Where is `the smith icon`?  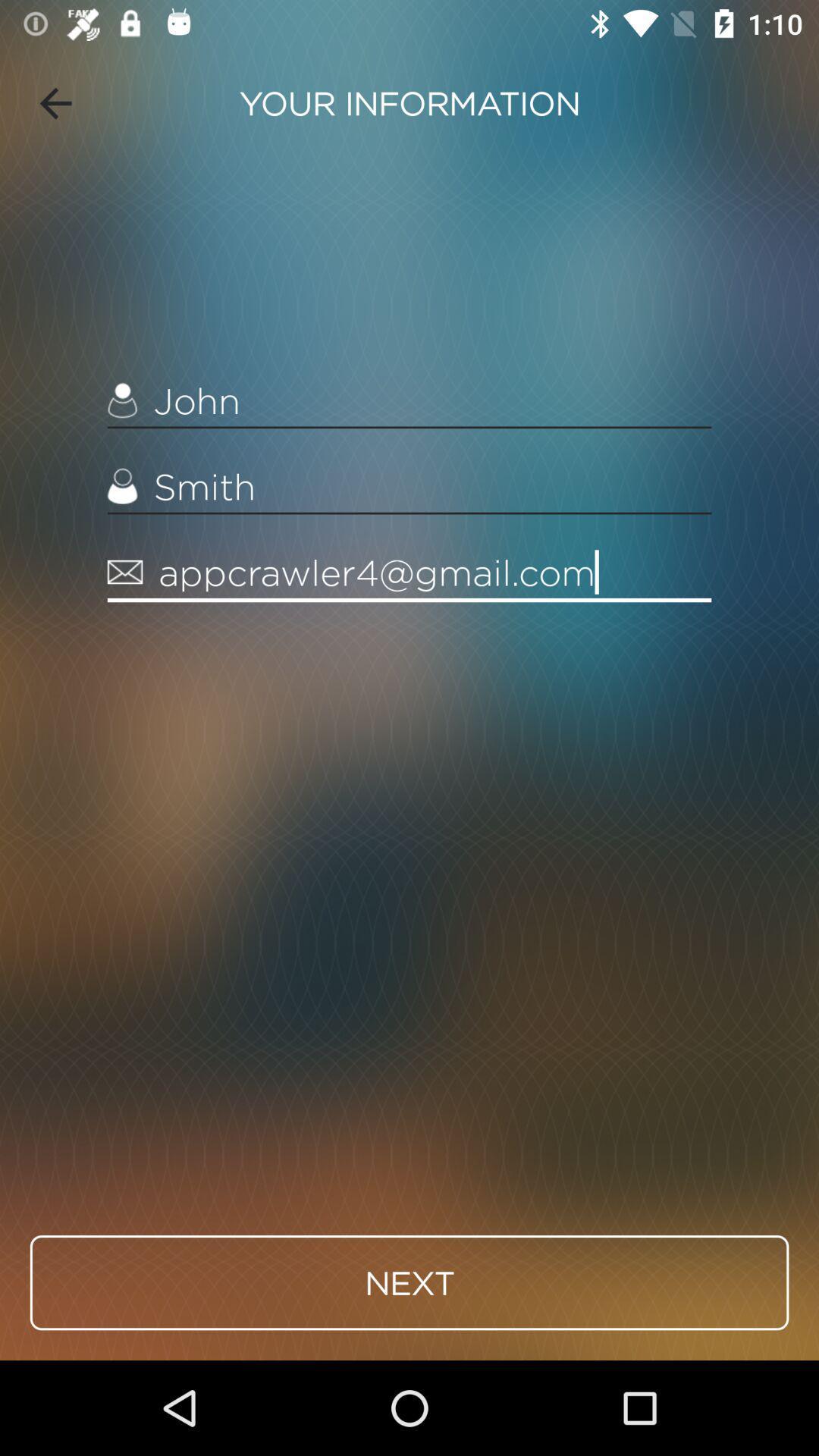 the smith icon is located at coordinates (409, 487).